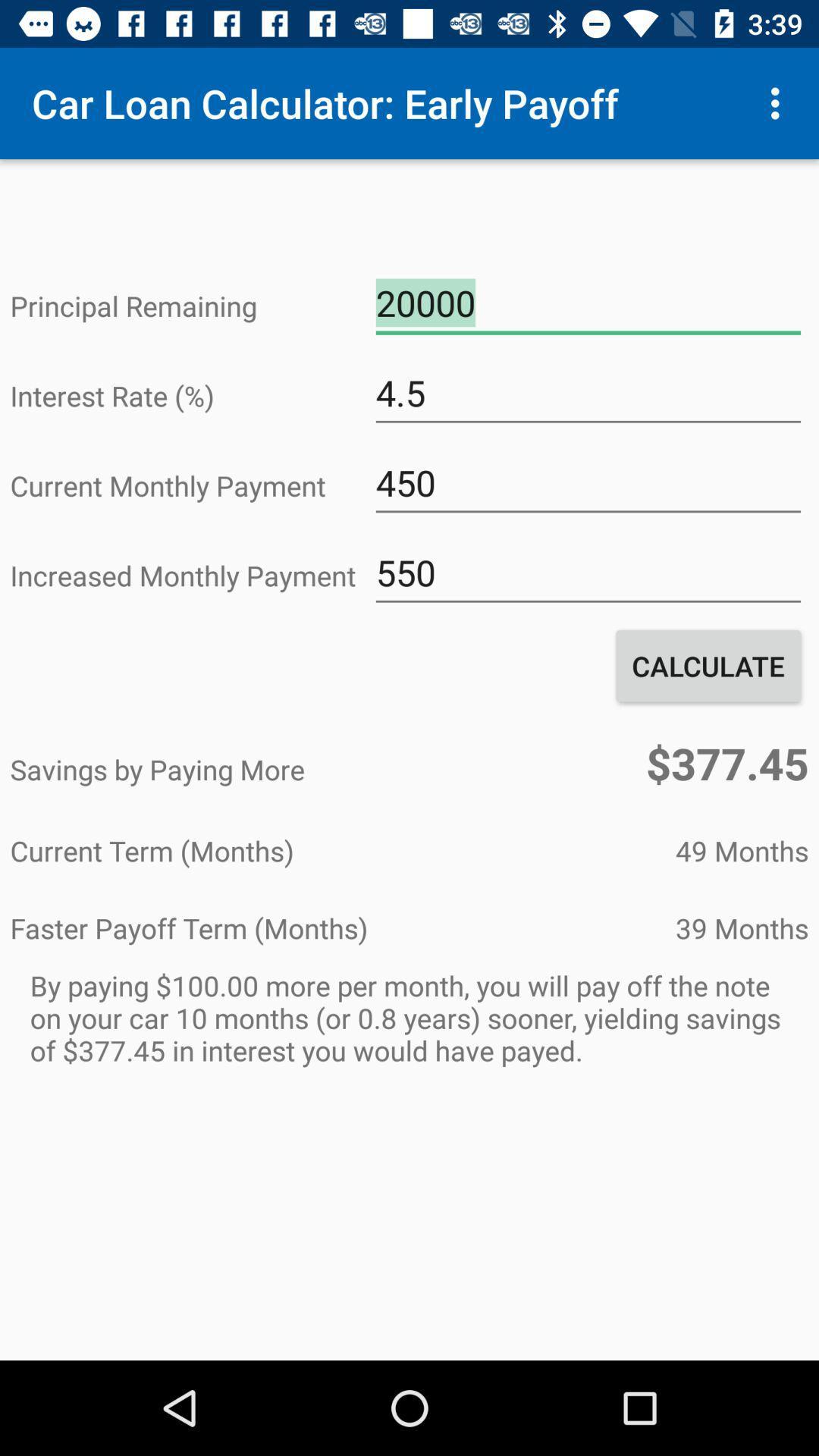 Image resolution: width=819 pixels, height=1456 pixels. What do you see at coordinates (587, 482) in the screenshot?
I see `the icon to the right of the current monthly payment icon` at bounding box center [587, 482].